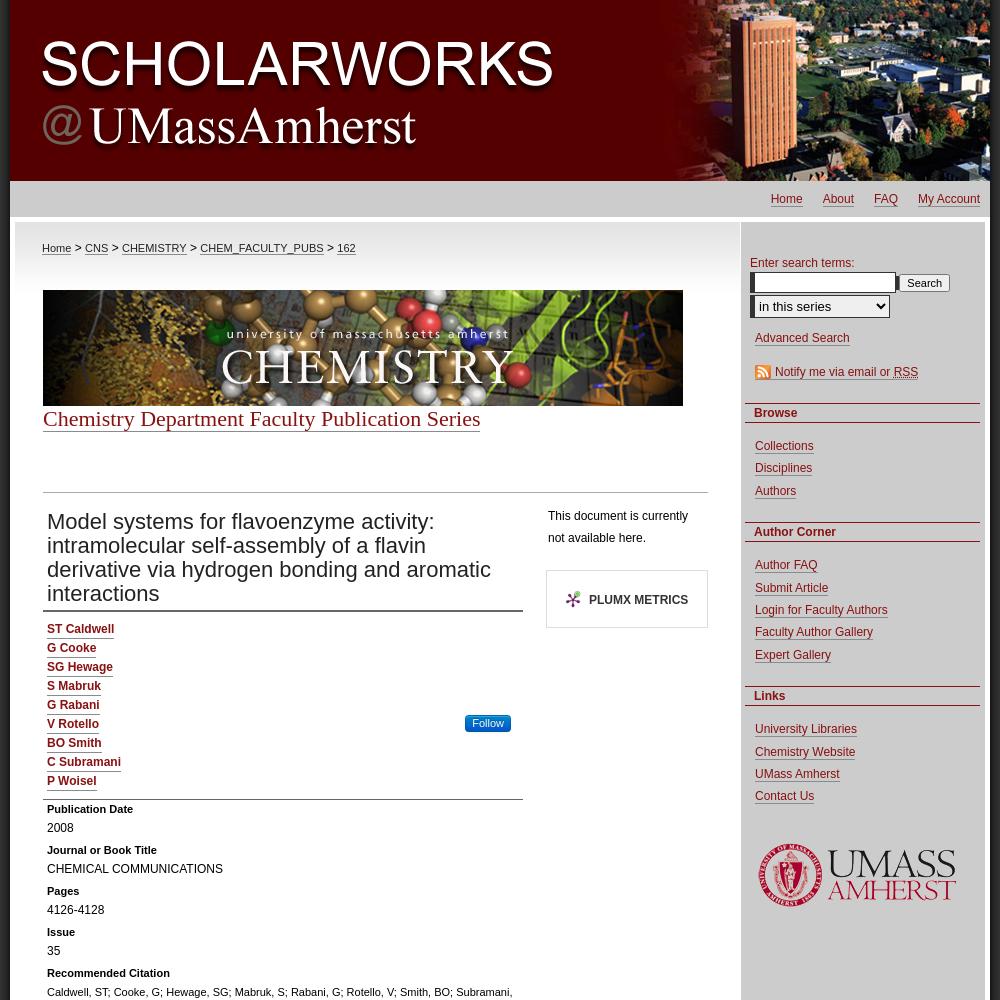 This screenshot has height=1000, width=1000. I want to click on 'UMass Amherst', so click(755, 773).